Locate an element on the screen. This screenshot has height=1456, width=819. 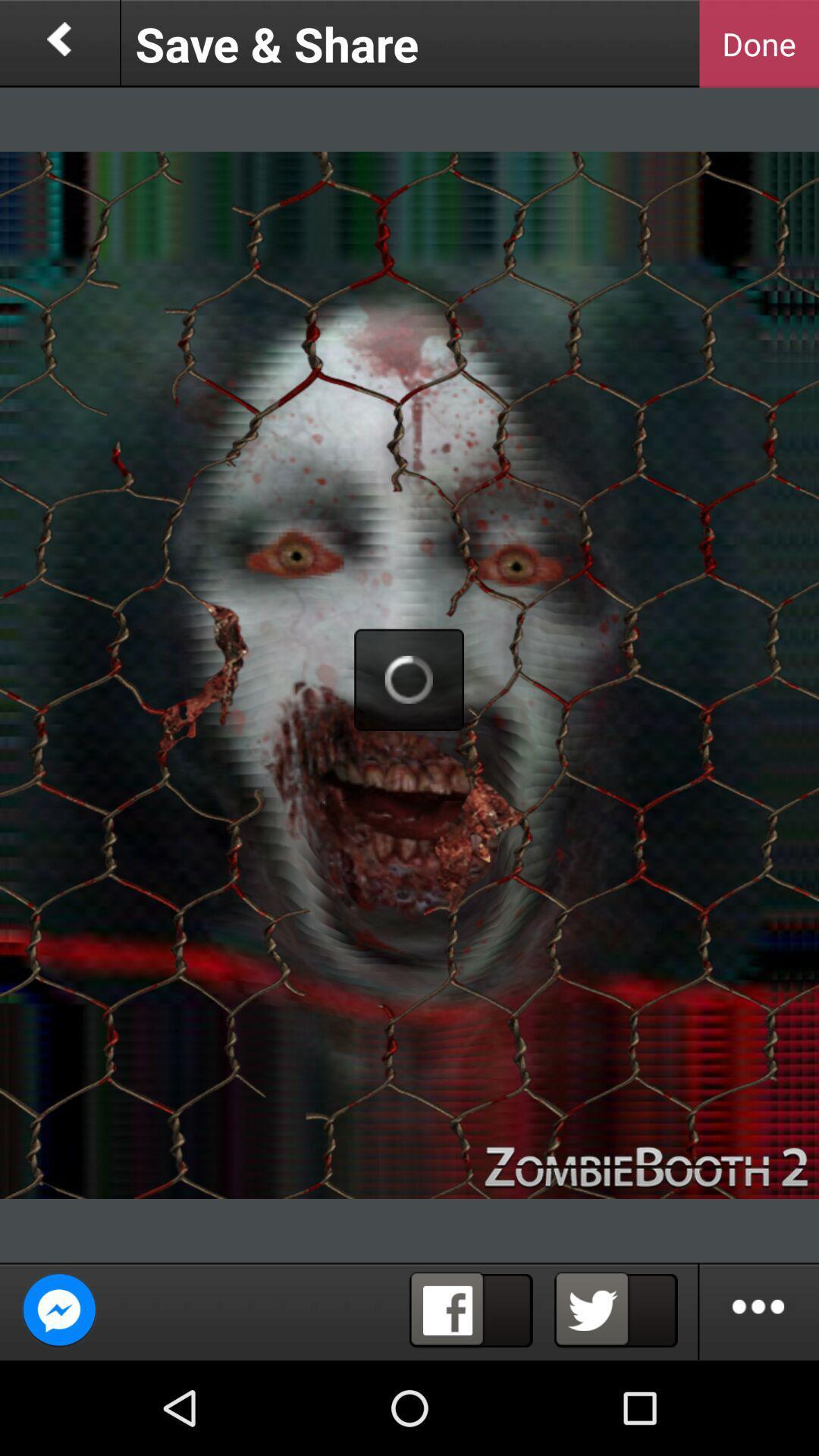
facebook toggle option is located at coordinates (470, 1310).